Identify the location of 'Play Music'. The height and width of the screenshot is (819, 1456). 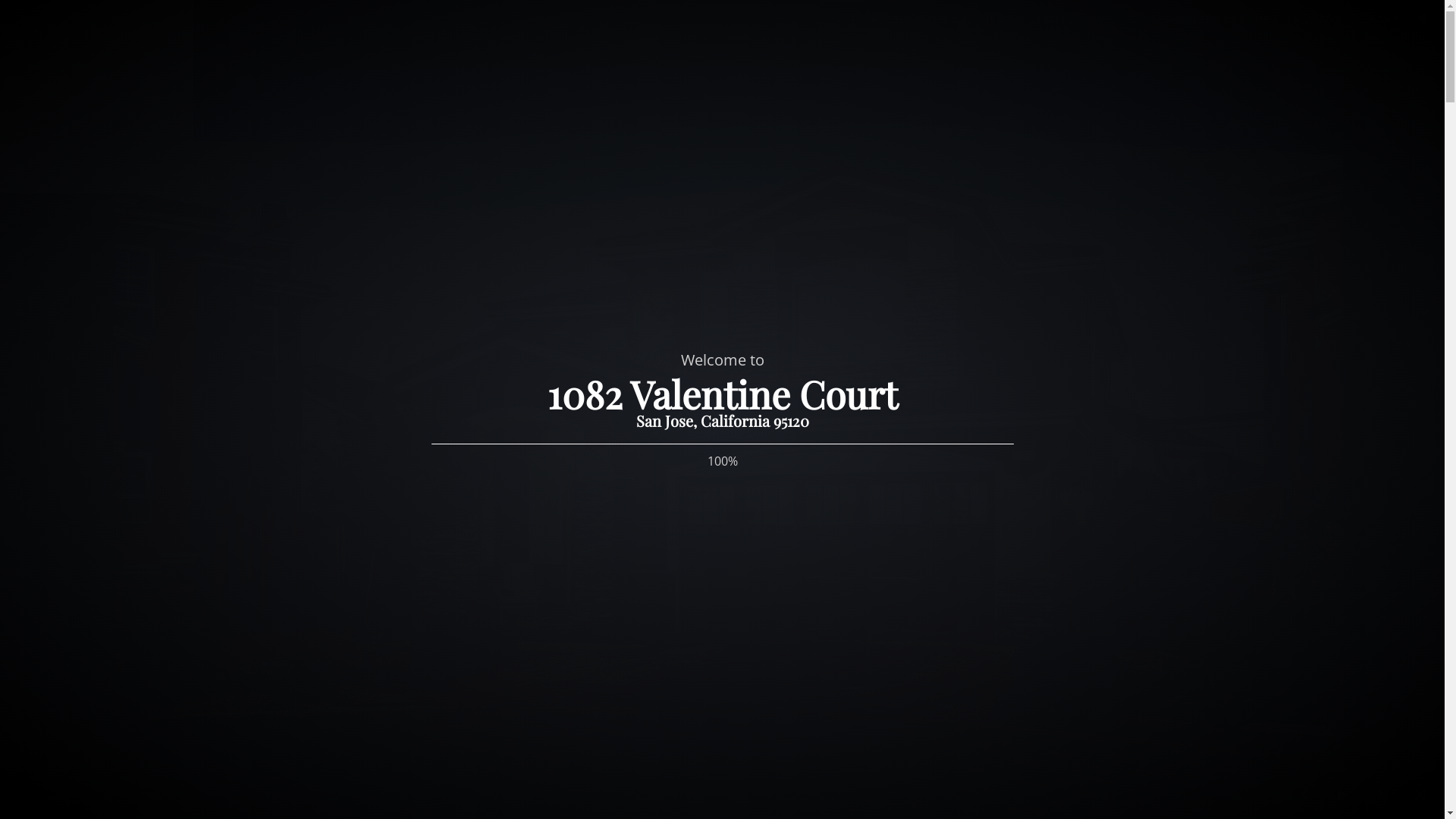
(1421, 20).